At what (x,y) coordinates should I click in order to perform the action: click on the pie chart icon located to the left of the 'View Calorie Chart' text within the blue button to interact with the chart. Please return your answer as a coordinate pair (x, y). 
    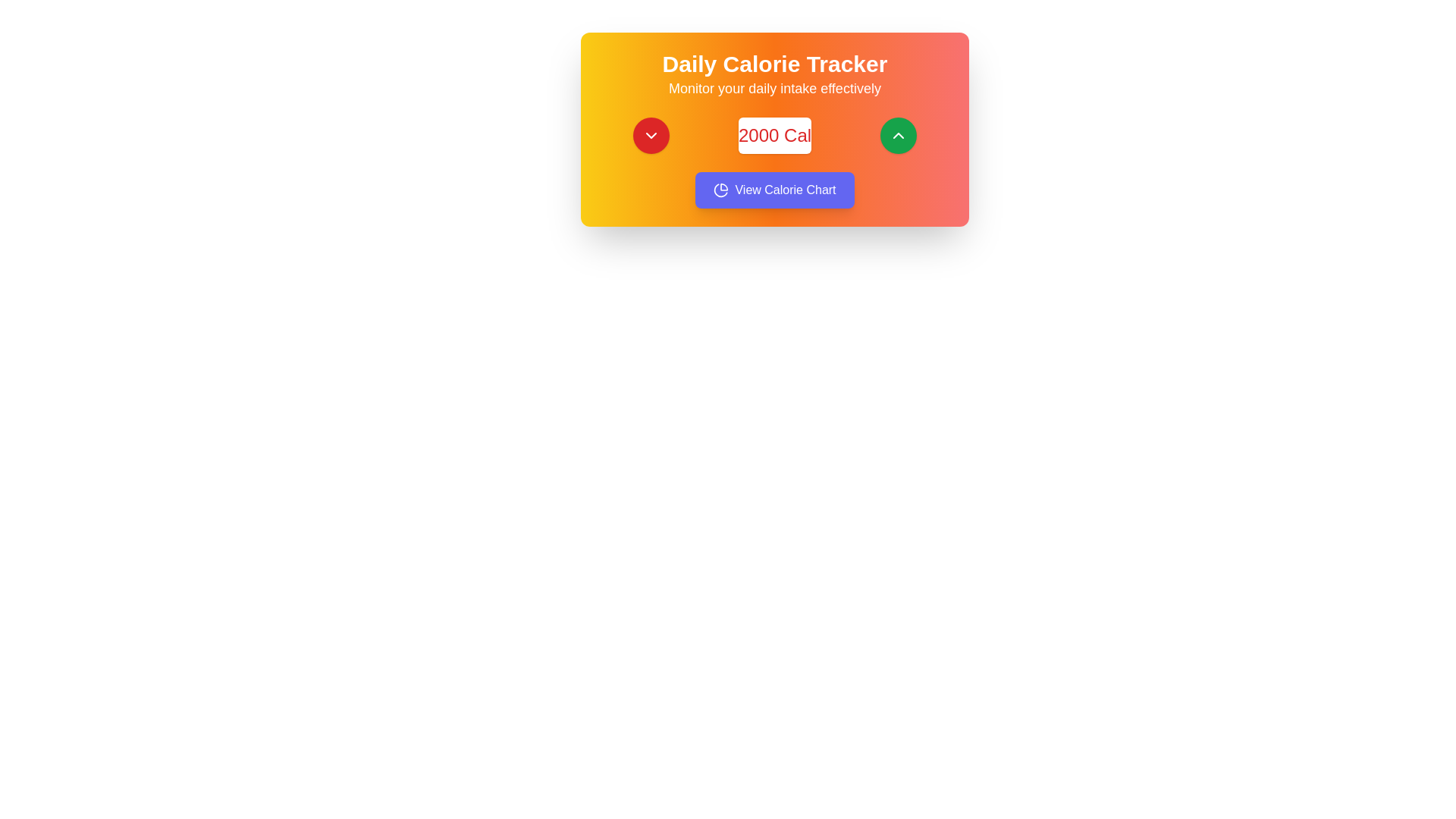
    Looking at the image, I should click on (720, 189).